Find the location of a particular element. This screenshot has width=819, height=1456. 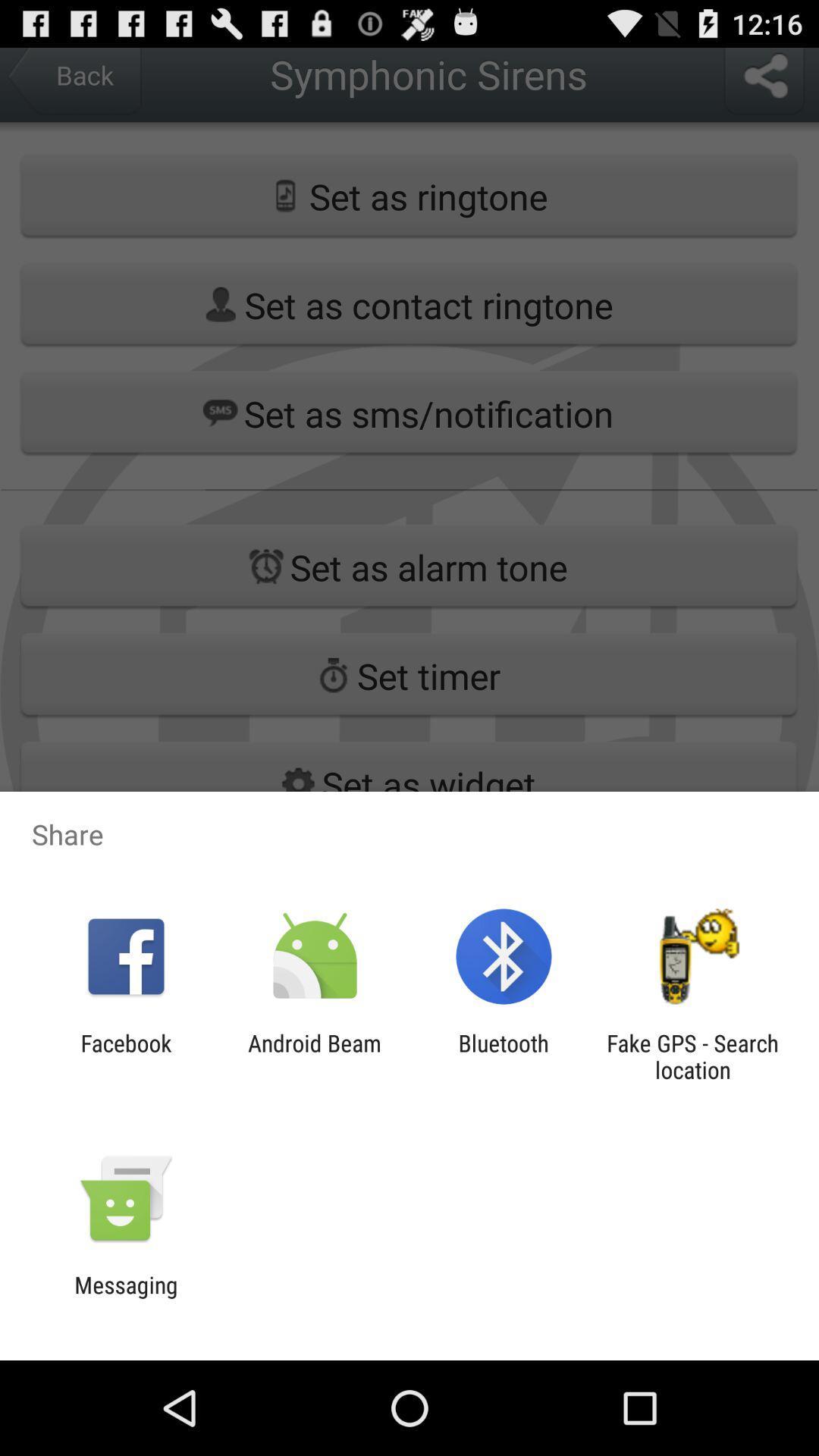

fake gps search icon is located at coordinates (692, 1056).